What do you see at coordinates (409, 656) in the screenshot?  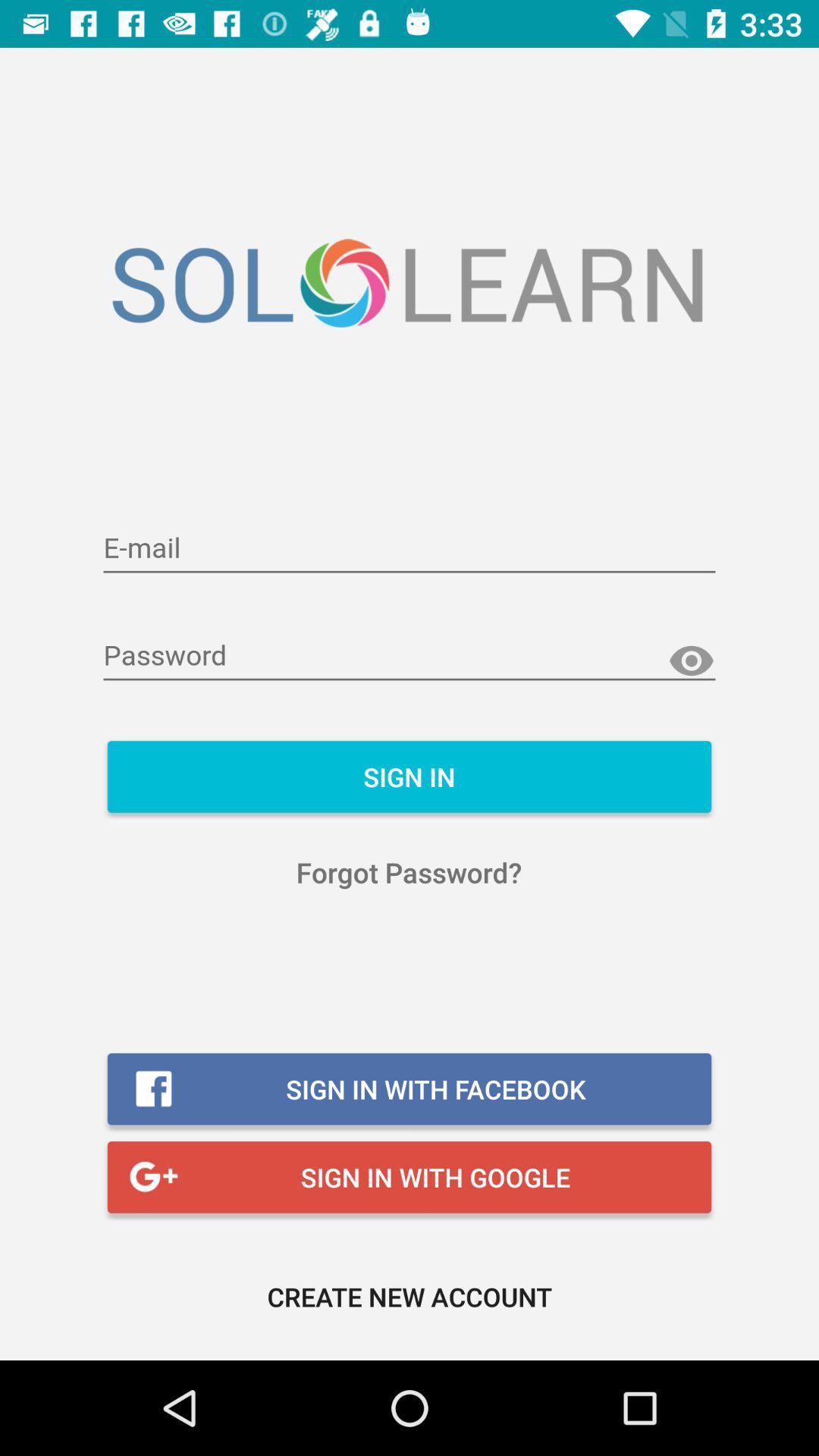 I see `password` at bounding box center [409, 656].